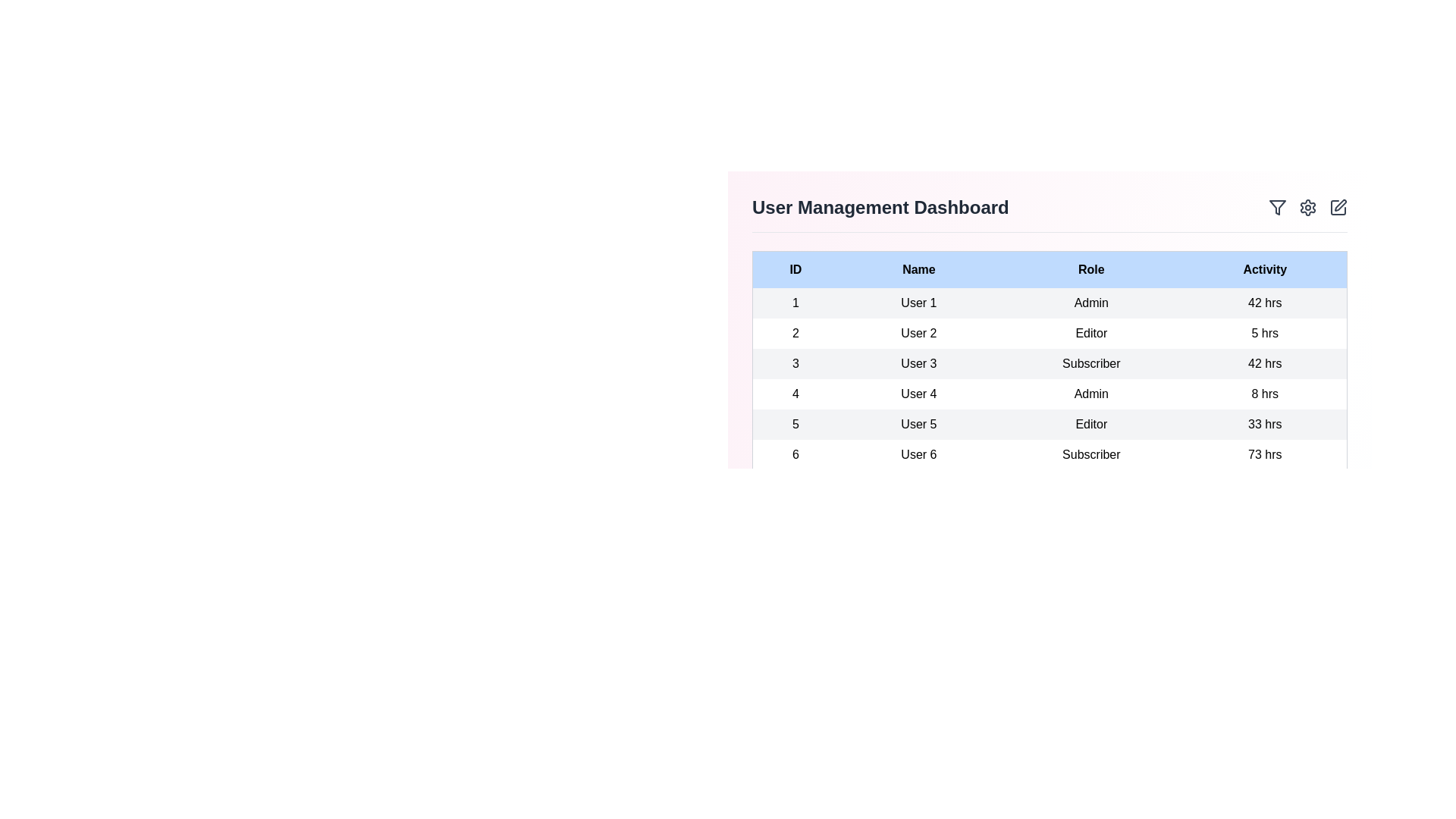  Describe the element at coordinates (1307, 207) in the screenshot. I see `the settings icon to access configuration settings` at that location.